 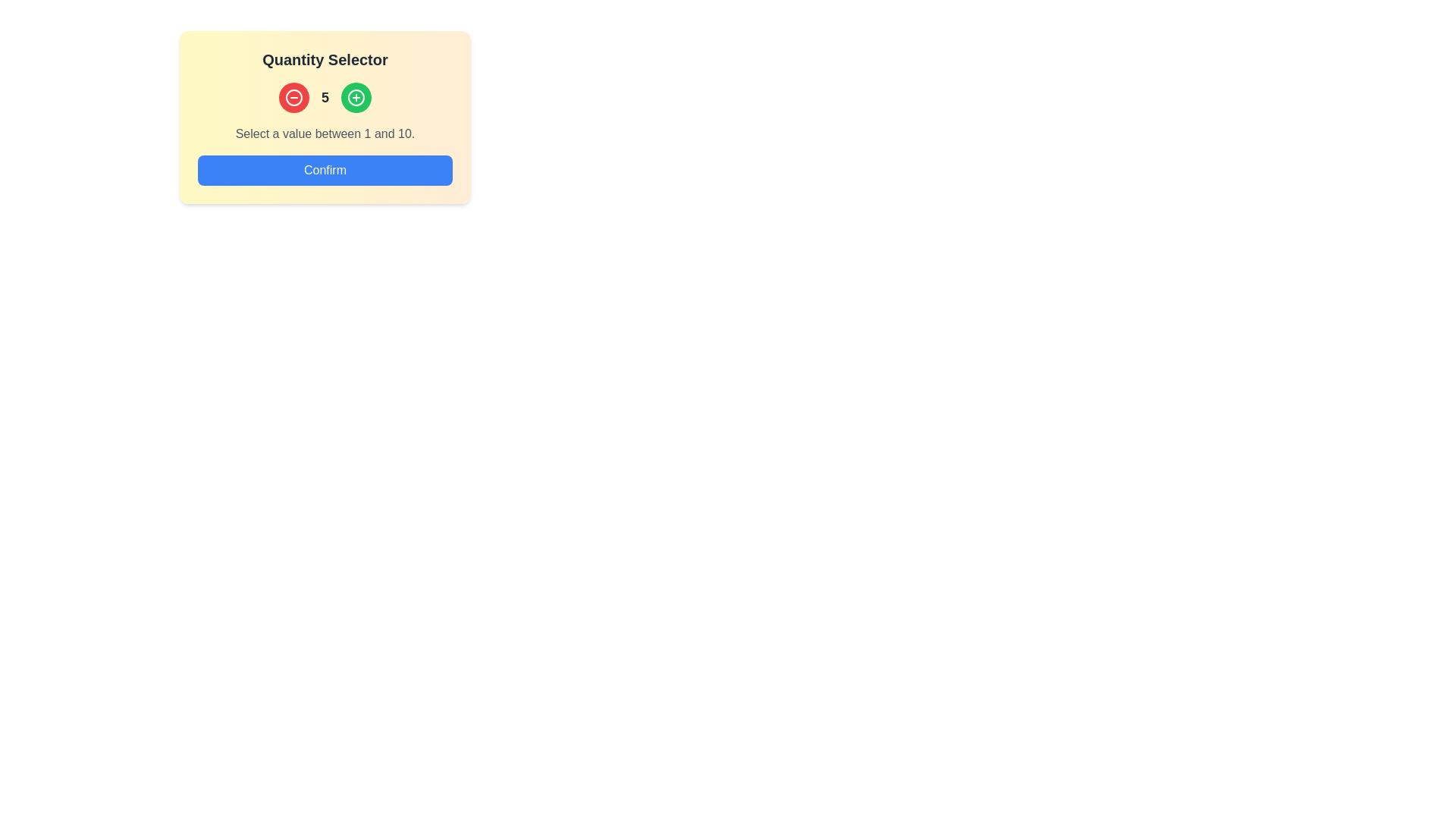 What do you see at coordinates (356, 97) in the screenshot?
I see `the increment button located immediately to the right of the red circular minus button, which is vertically aligned with the number '5', to increment the quantity` at bounding box center [356, 97].